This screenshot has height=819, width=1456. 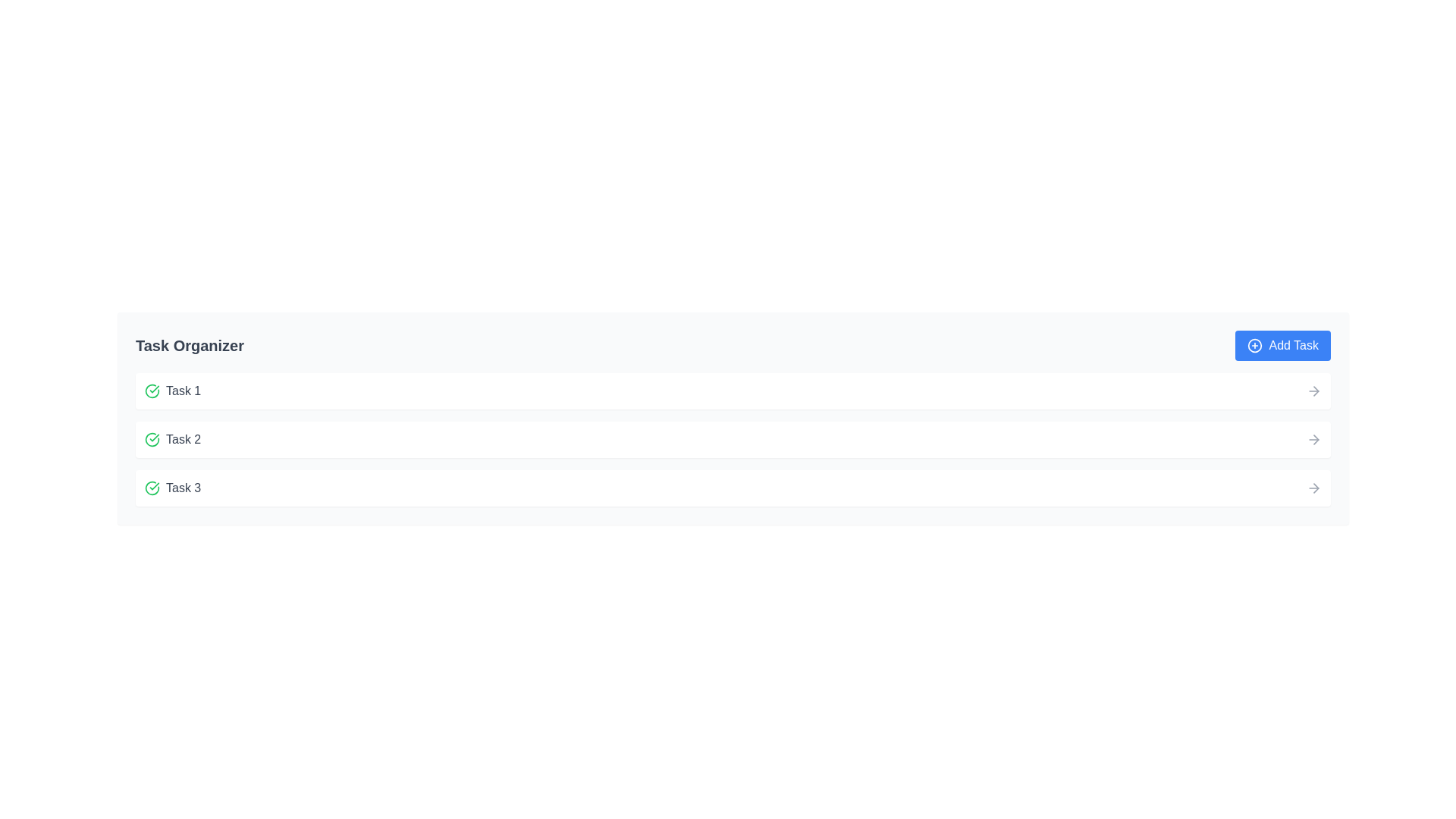 What do you see at coordinates (152, 439) in the screenshot?
I see `the completion status icon for 'Task 2', which is located to the left of the text 'Task 2' in the second row of the task list` at bounding box center [152, 439].